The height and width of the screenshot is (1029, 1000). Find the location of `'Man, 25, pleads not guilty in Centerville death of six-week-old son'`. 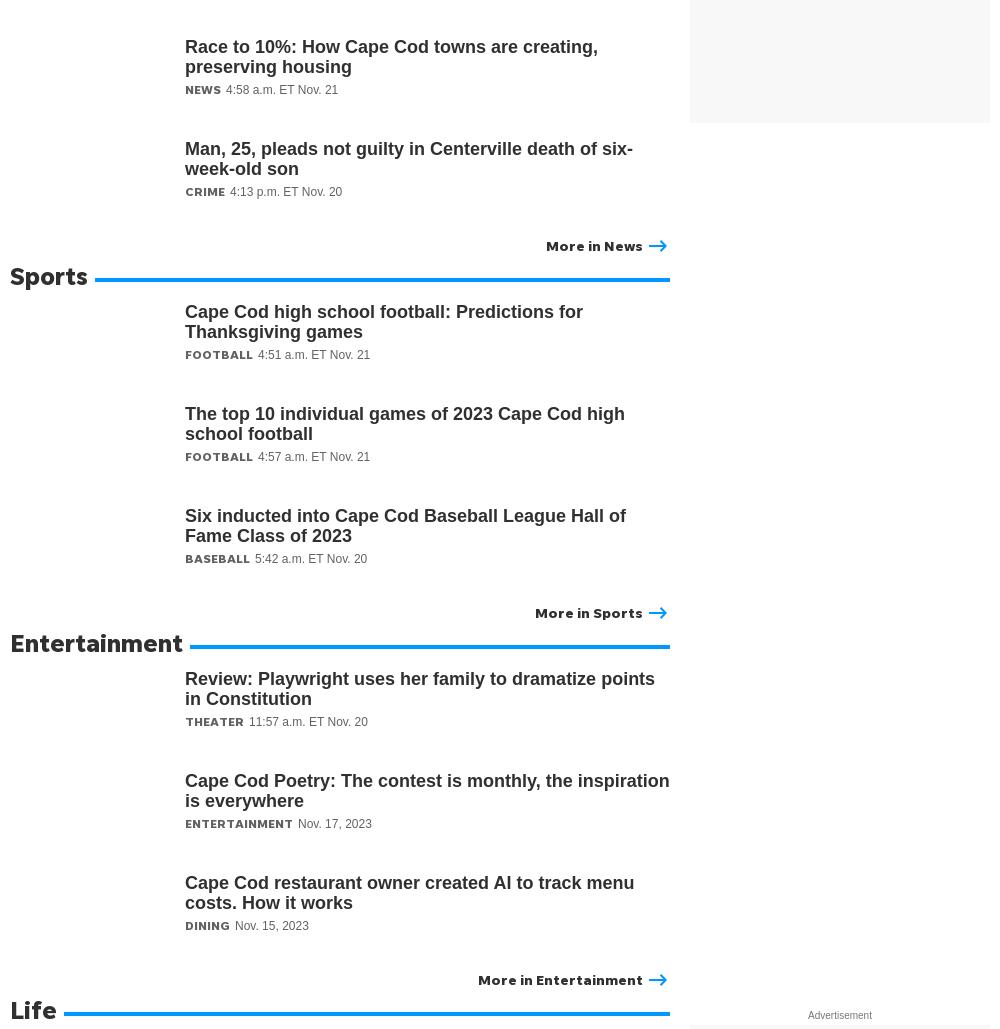

'Man, 25, pleads not guilty in Centerville death of six-week-old son' is located at coordinates (185, 158).